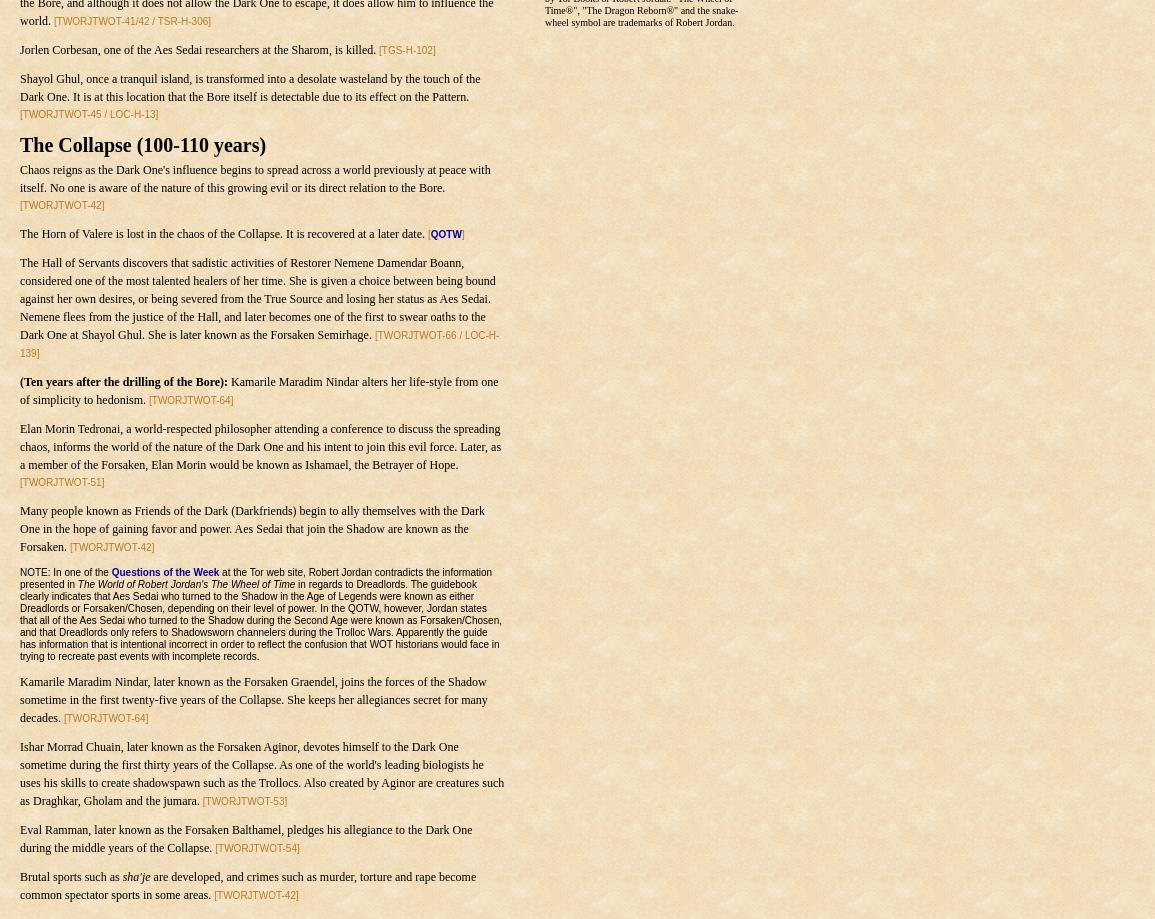  Describe the element at coordinates (89, 113) in the screenshot. I see `'[TWORJTWOT-45 / LOC-H-13]'` at that location.